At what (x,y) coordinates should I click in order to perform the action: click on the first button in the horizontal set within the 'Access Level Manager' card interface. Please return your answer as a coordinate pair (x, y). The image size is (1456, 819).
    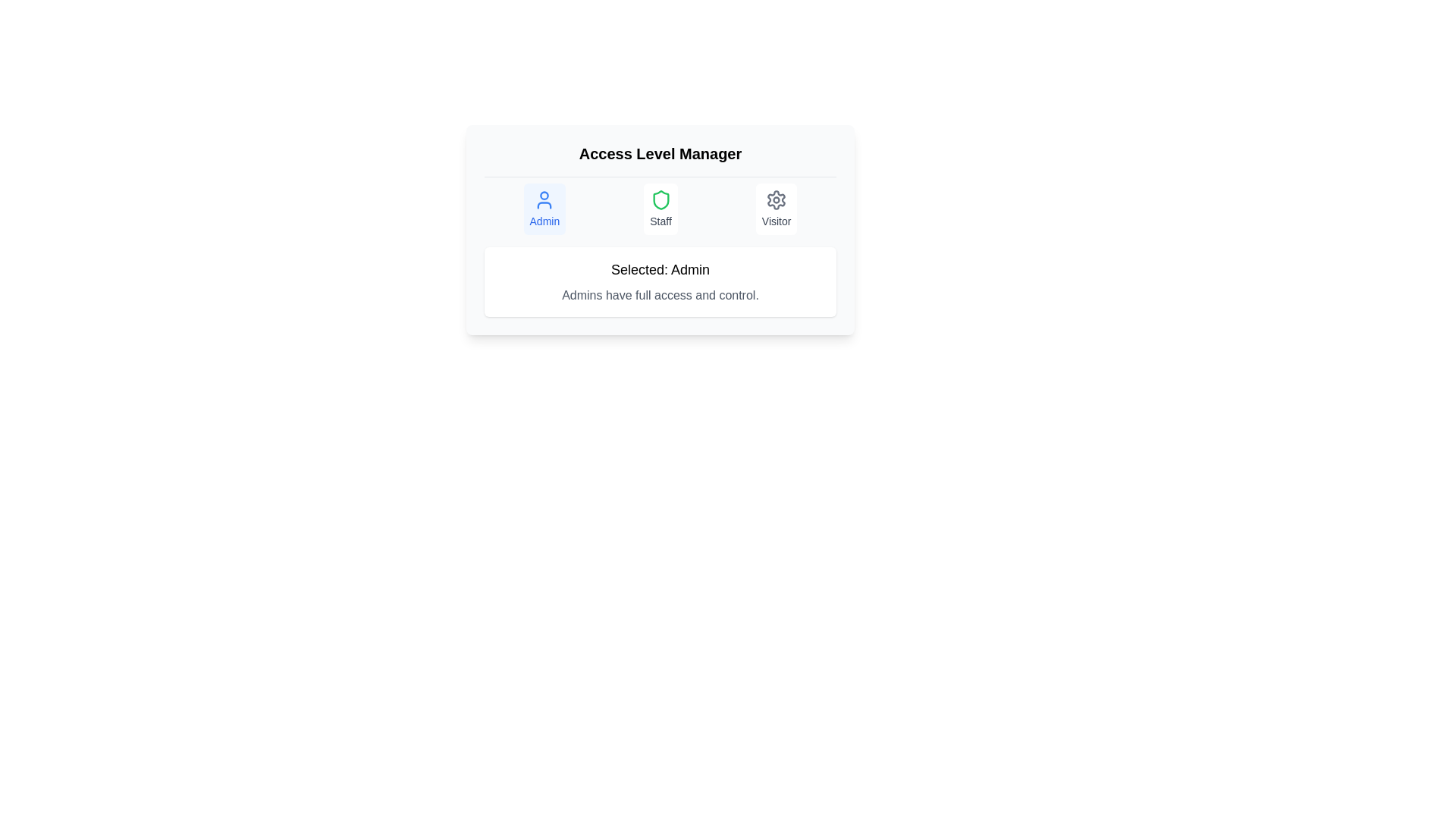
    Looking at the image, I should click on (544, 209).